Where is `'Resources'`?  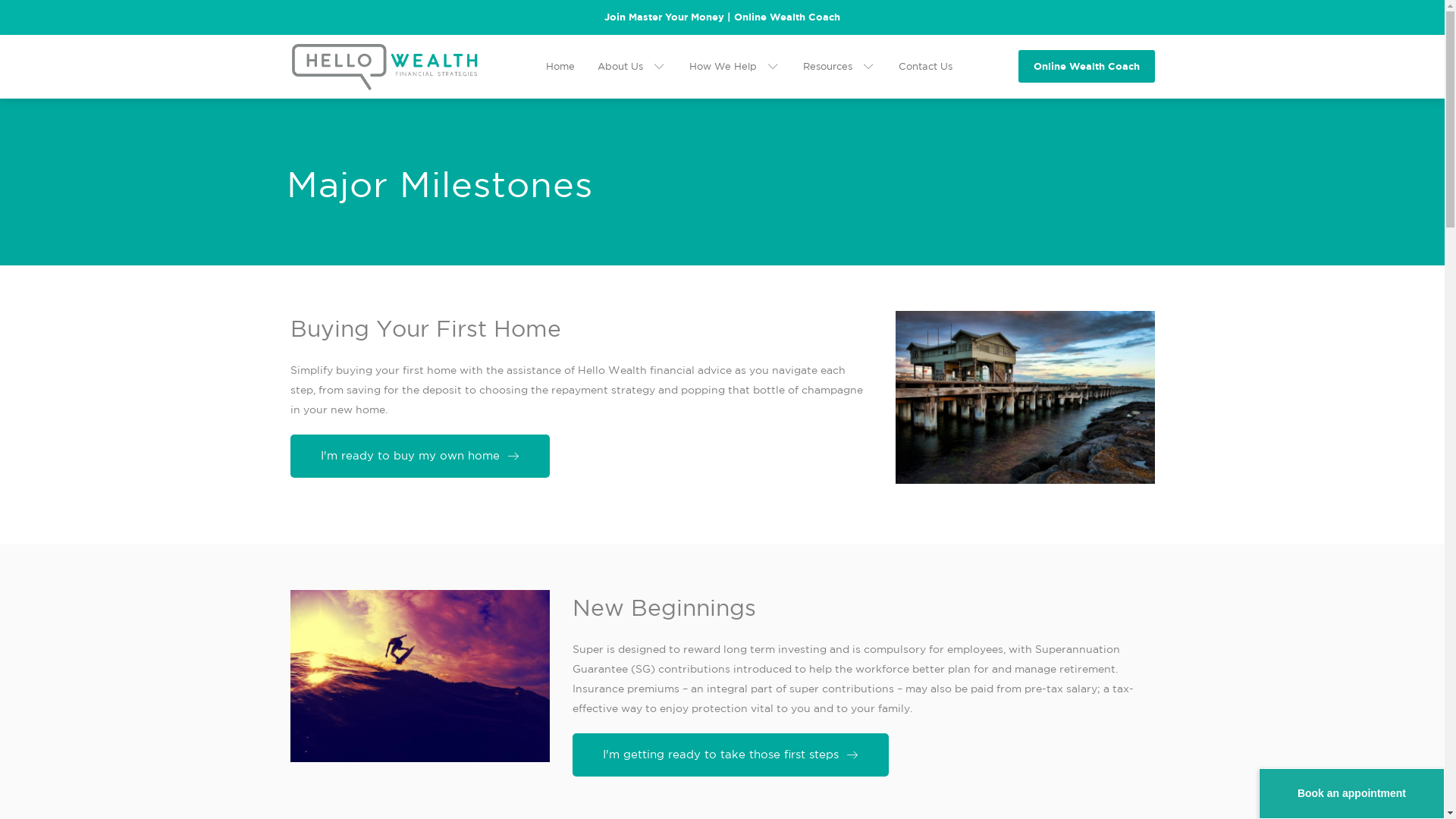 'Resources' is located at coordinates (801, 66).